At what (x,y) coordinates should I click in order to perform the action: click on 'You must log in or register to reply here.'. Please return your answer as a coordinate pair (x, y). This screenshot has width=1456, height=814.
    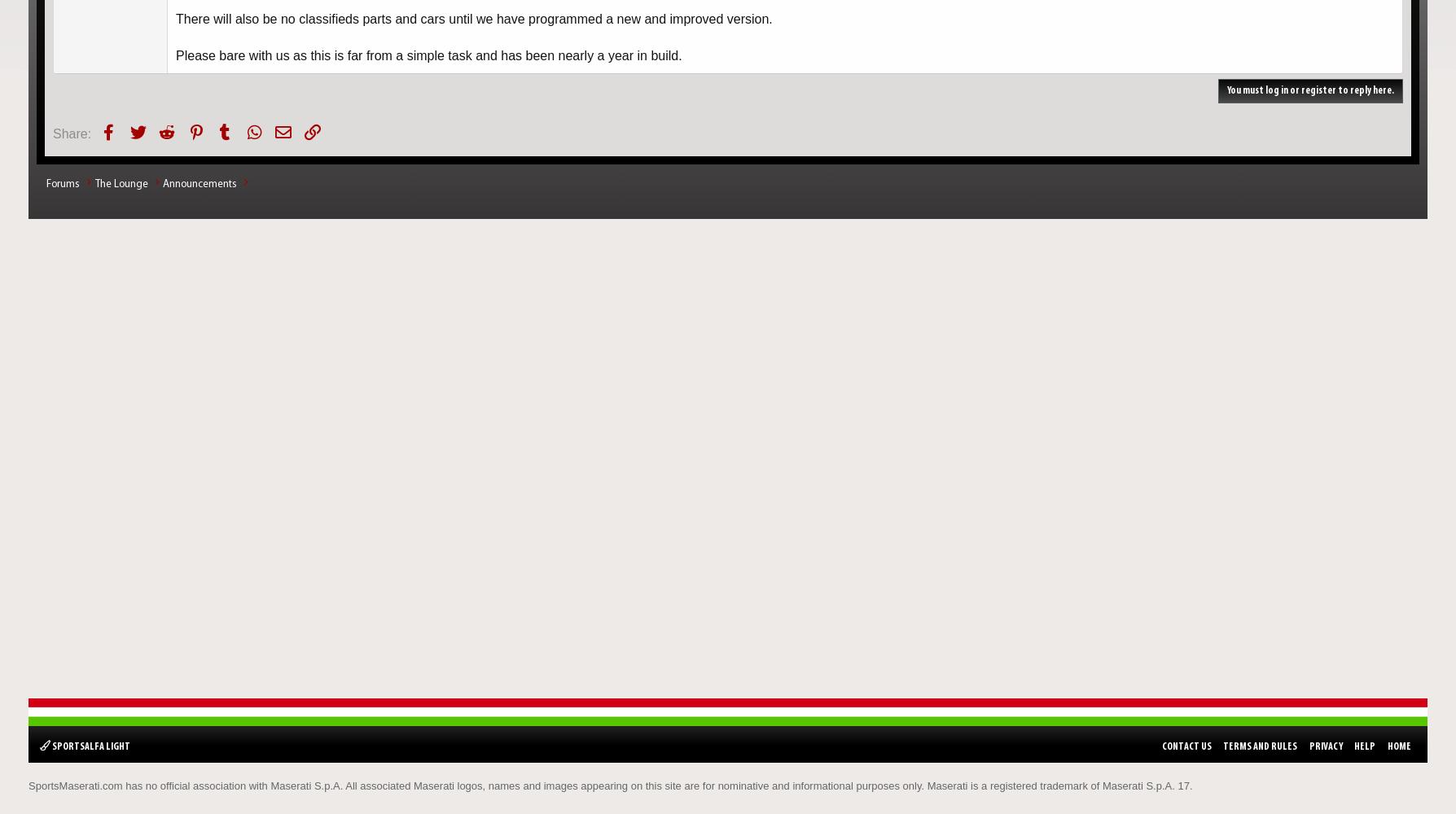
    Looking at the image, I should click on (1309, 89).